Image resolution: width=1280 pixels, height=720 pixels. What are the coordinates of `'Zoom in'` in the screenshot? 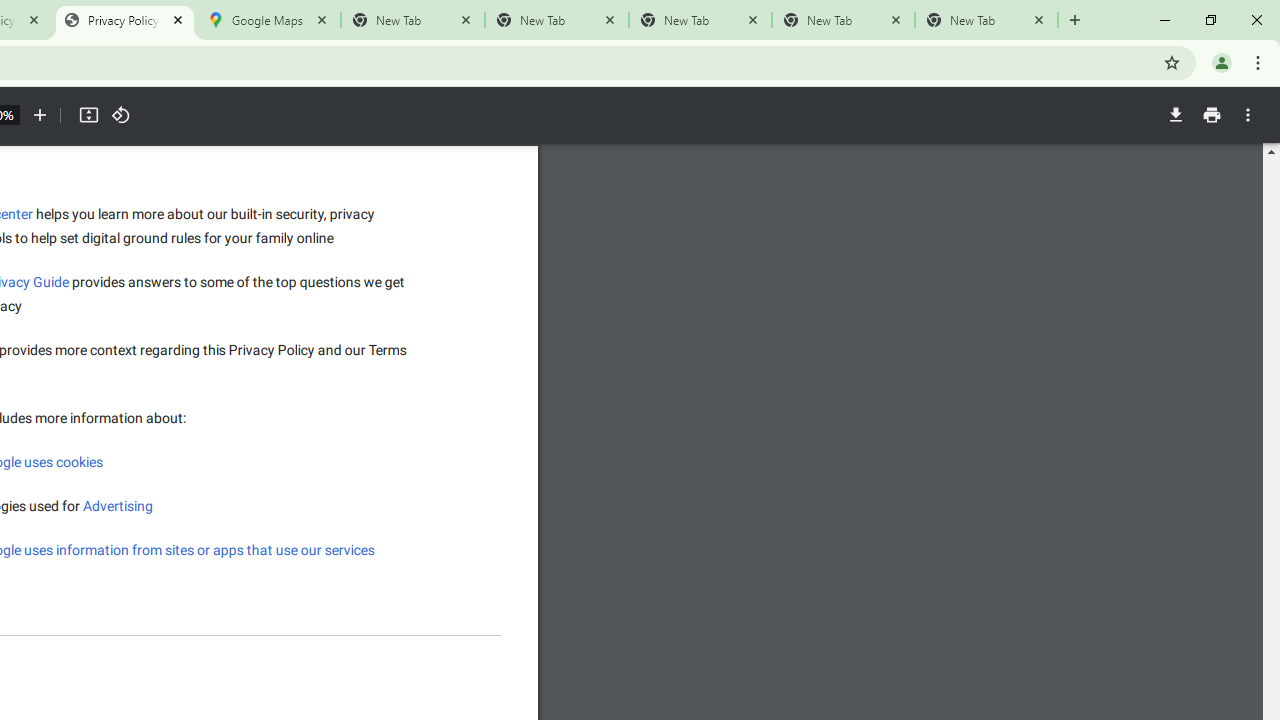 It's located at (39, 115).